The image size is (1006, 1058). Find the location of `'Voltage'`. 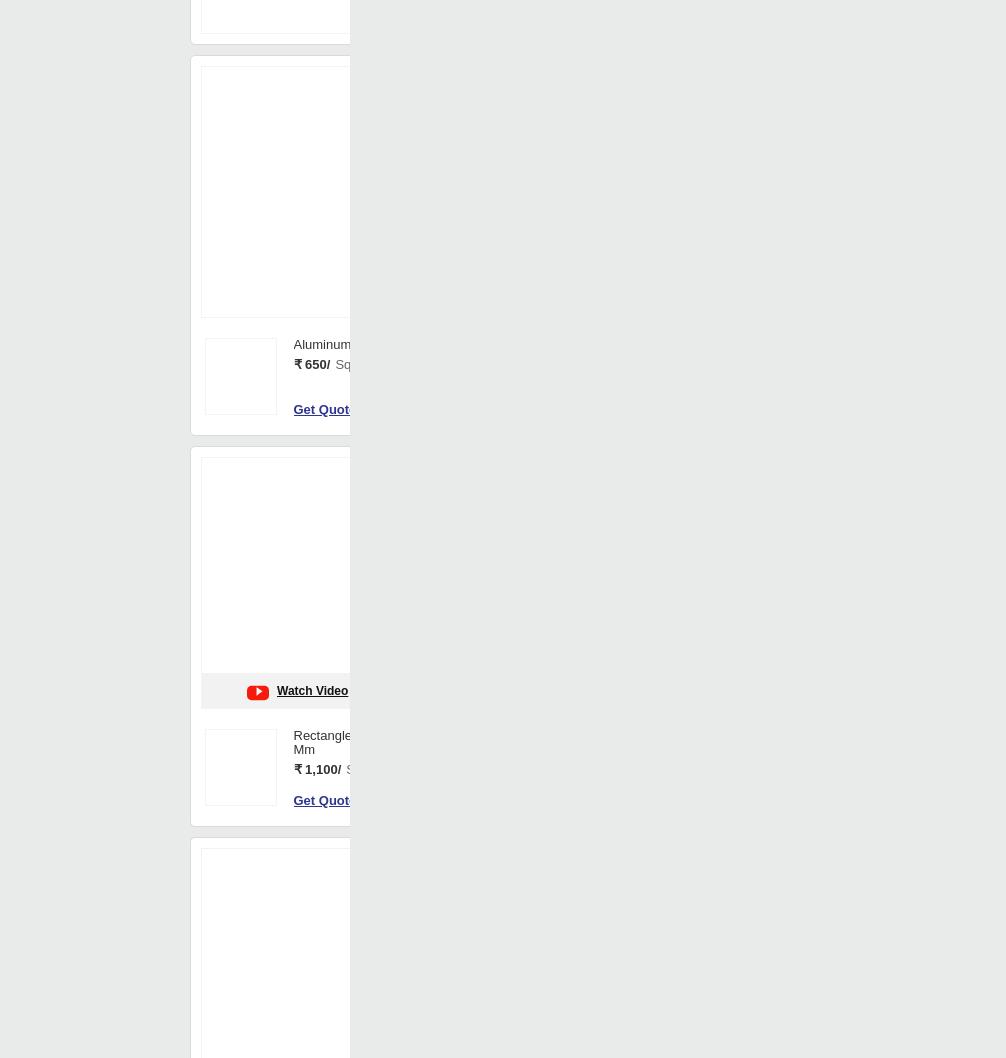

'Voltage' is located at coordinates (497, 135).